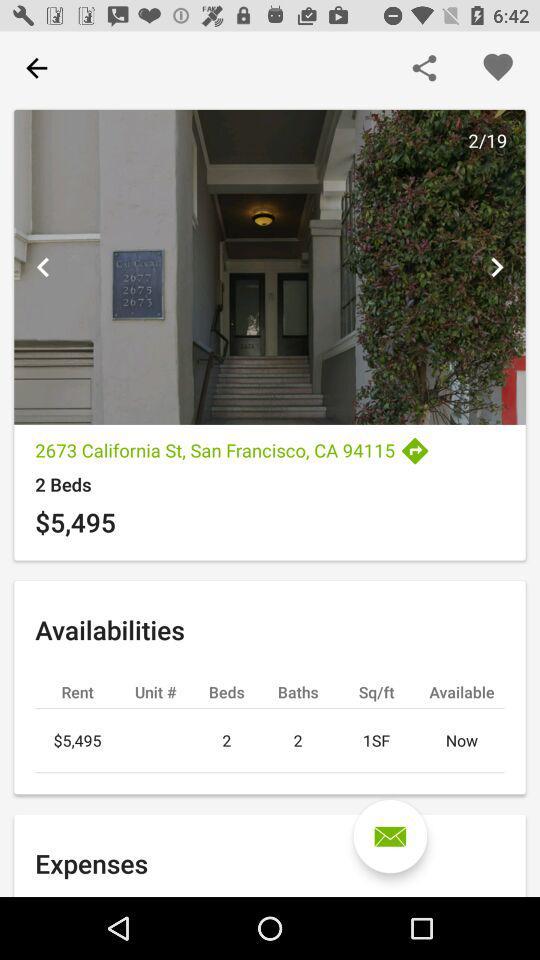 The height and width of the screenshot is (960, 540). Describe the element at coordinates (495, 266) in the screenshot. I see `see next image right` at that location.